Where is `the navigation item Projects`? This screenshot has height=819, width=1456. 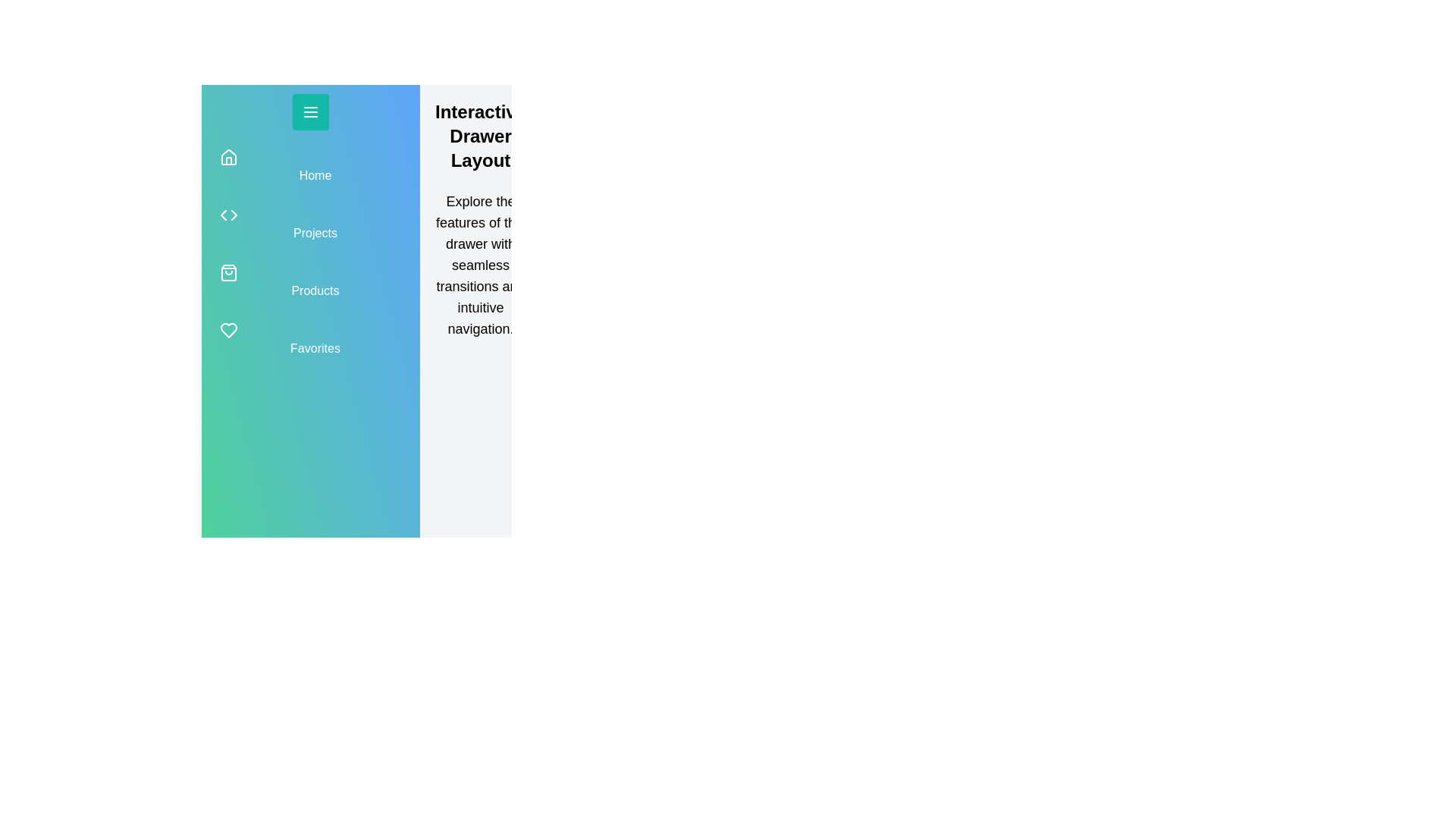
the navigation item Projects is located at coordinates (309, 224).